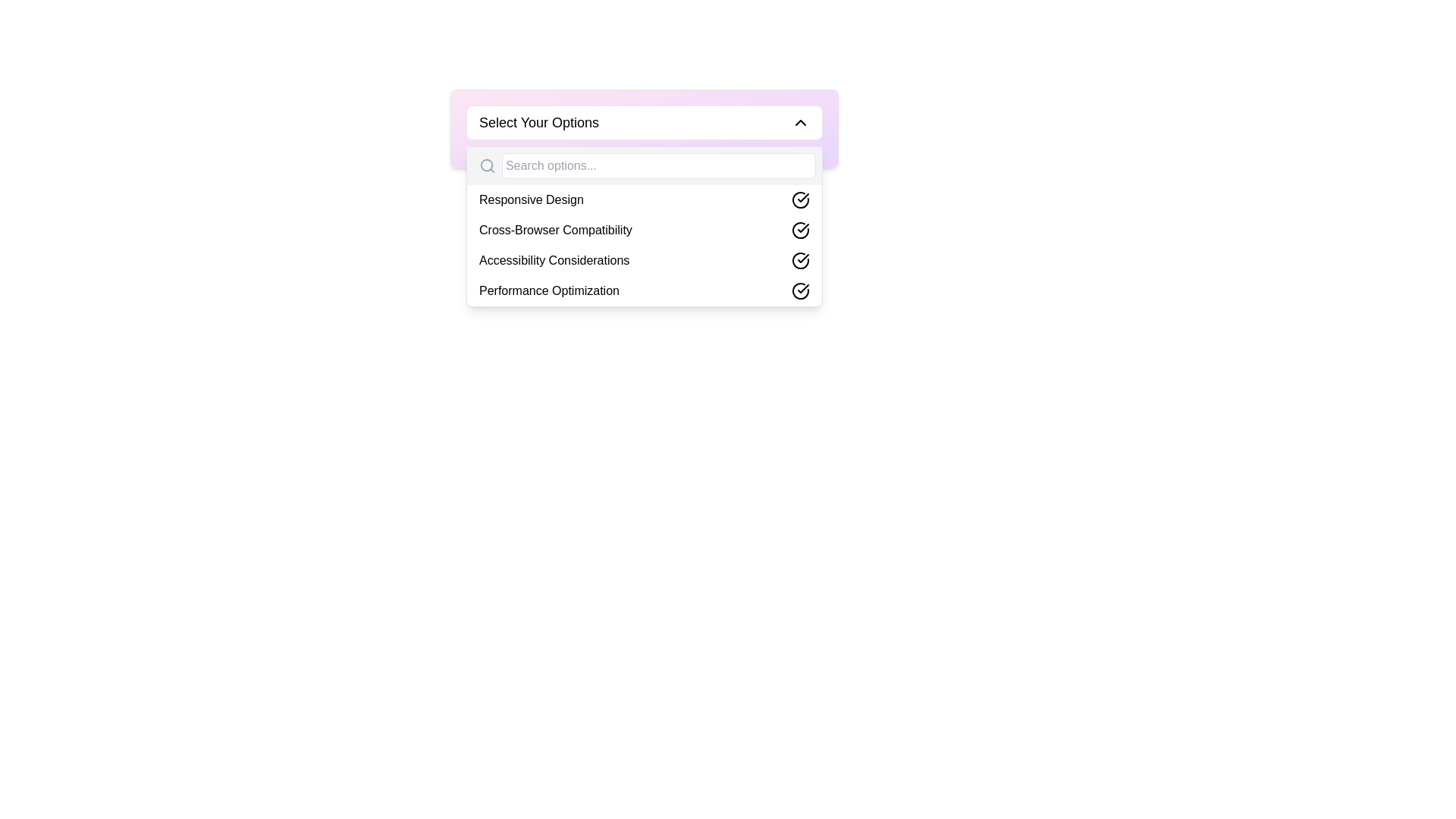 Image resolution: width=1456 pixels, height=819 pixels. I want to click on an option from the drop-down menu located underneath the 'Select Your Options' button, which allows users to search and select different options from a list, so click(644, 227).